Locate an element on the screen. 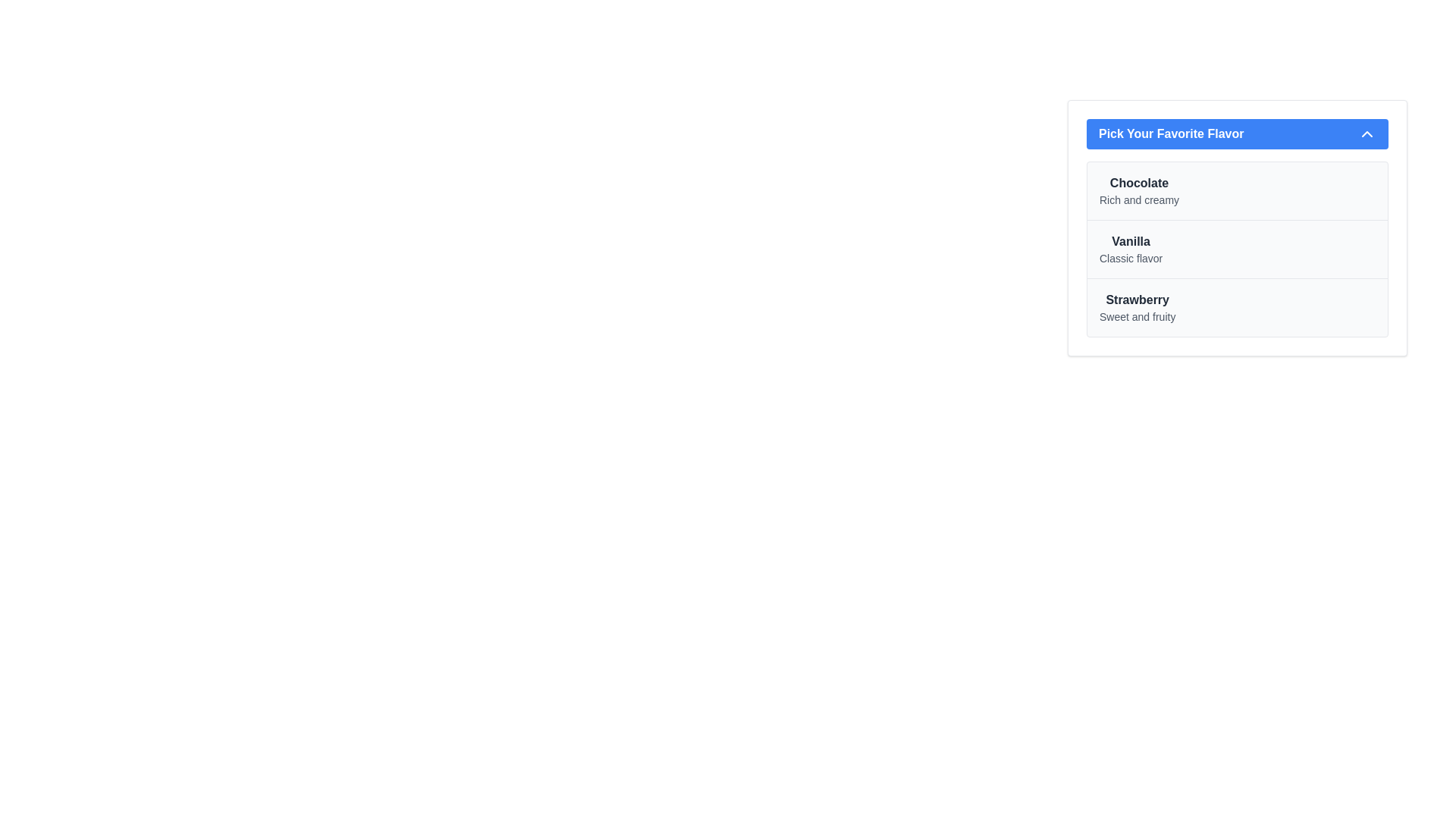 The image size is (1456, 819). the 'Vanilla' flavor option in the dropdown menu titled 'Pick Your Favorite Flavor', which is the second entry in the list, located between 'Chocolate' and 'Strawberry' is located at coordinates (1131, 248).